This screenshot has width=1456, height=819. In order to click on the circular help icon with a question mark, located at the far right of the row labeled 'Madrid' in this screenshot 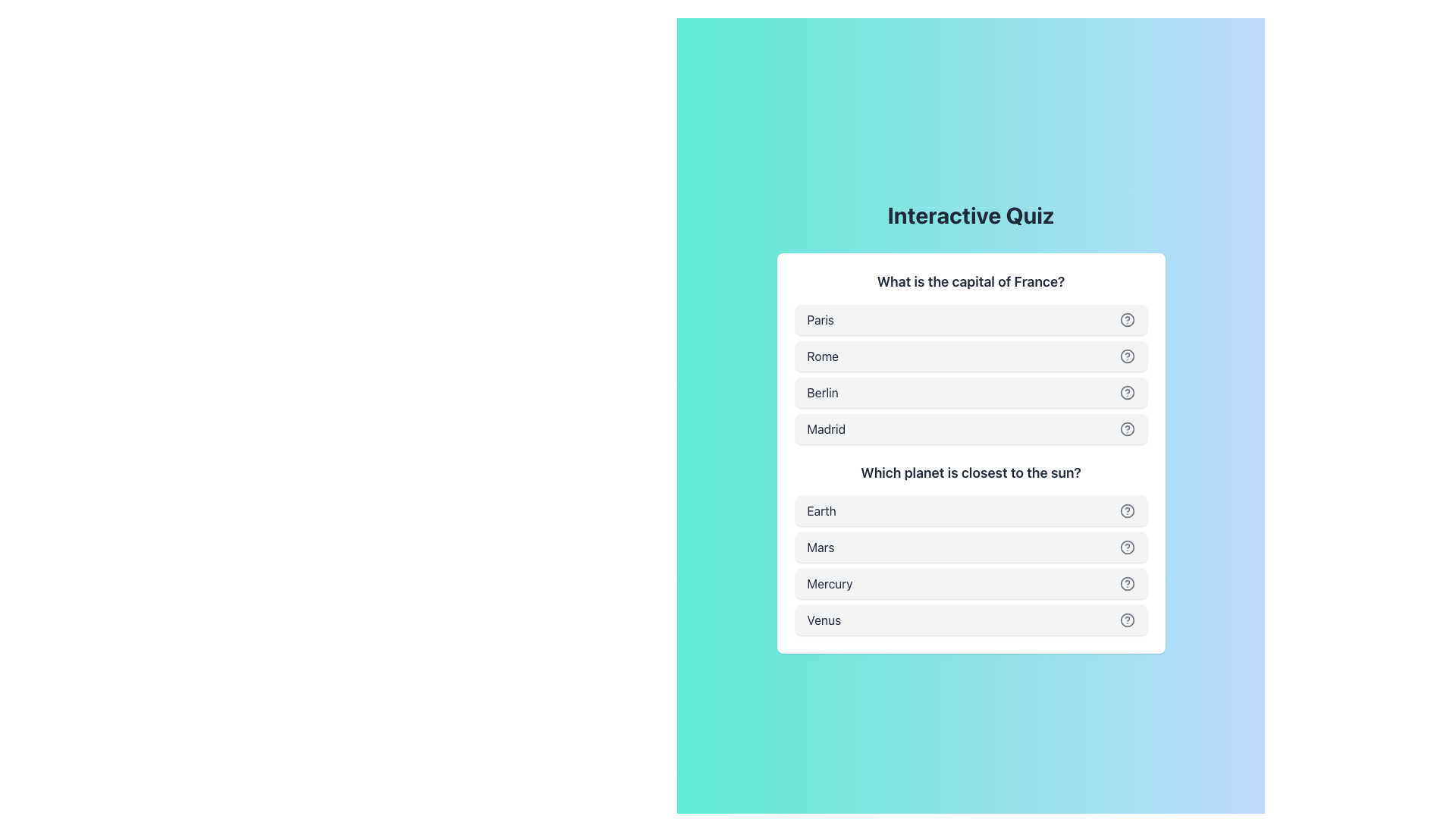, I will do `click(1127, 429)`.